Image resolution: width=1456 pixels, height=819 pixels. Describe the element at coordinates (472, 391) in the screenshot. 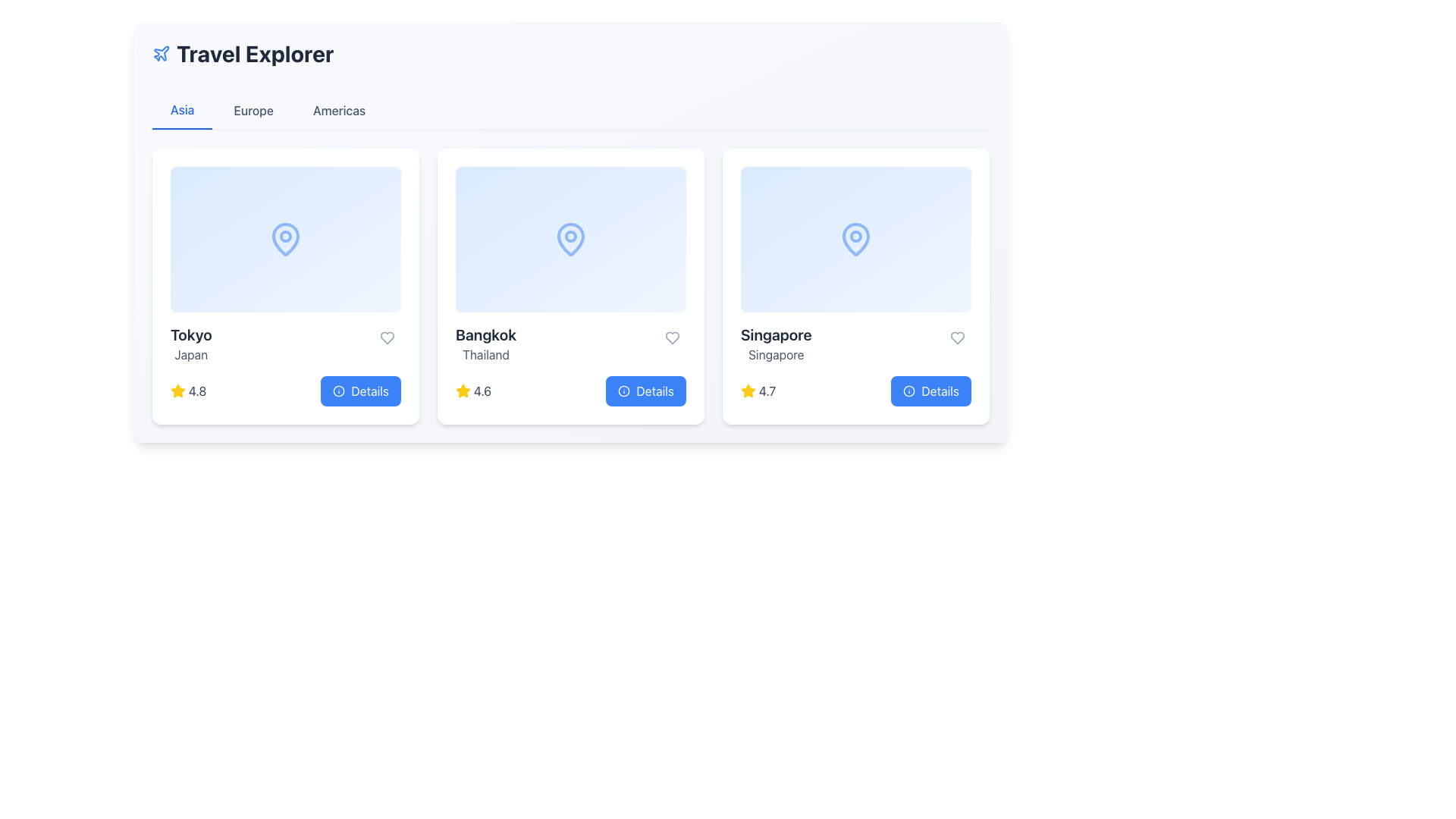

I see `the Rating display element, which consists of a yellow star icon and the text '4.6', located within the card for 'Bangkok, Thailand'` at that location.